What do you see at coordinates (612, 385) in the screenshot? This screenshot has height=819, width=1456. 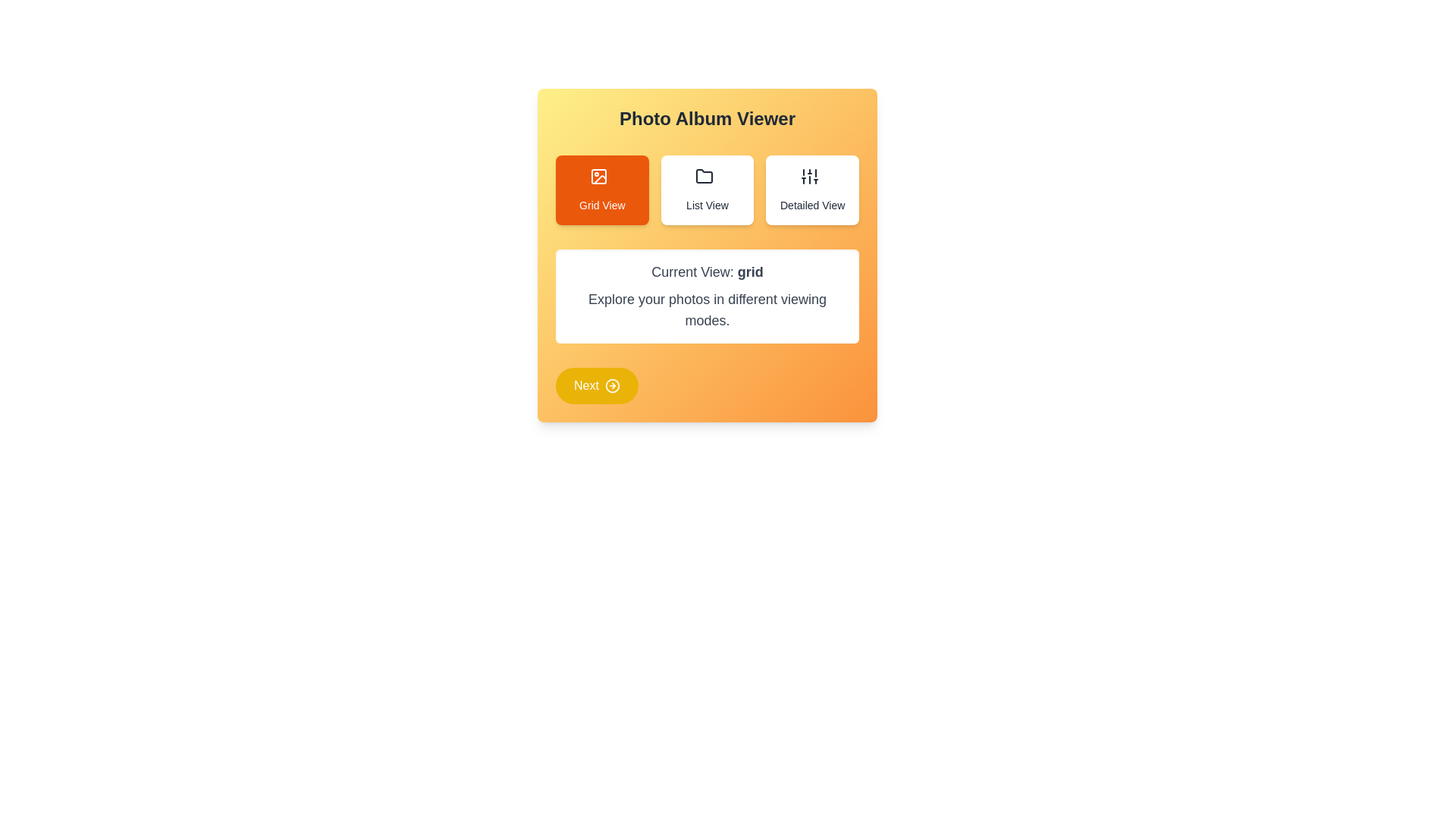 I see `the yellow circular decorative element with a white border located inside the 'Next' button in the Photo Album Viewer interface` at bounding box center [612, 385].